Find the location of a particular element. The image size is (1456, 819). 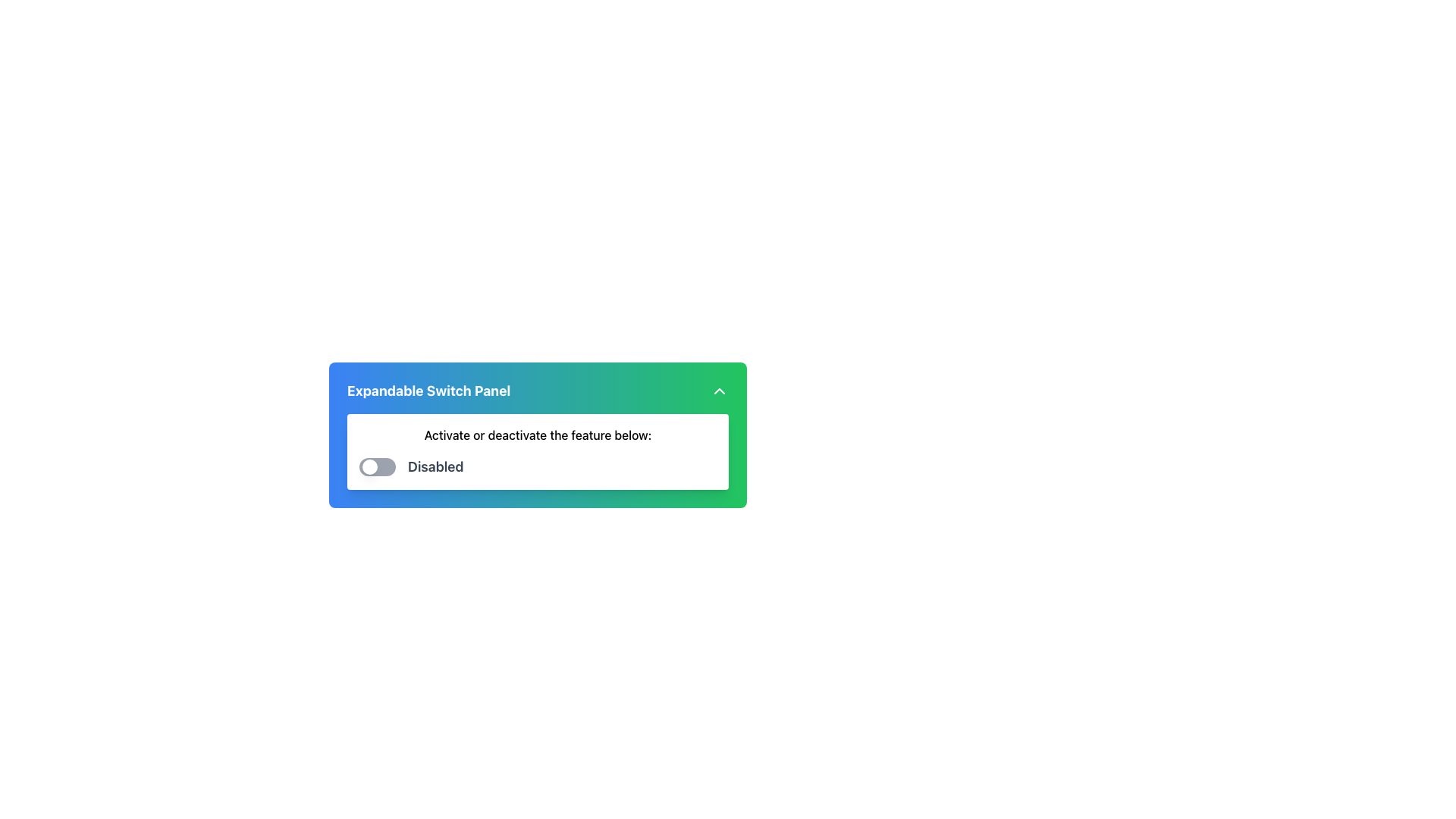

the text label displaying 'Expandable Switch Panel' in bold white font located at the top of the expandable panel component is located at coordinates (428, 391).